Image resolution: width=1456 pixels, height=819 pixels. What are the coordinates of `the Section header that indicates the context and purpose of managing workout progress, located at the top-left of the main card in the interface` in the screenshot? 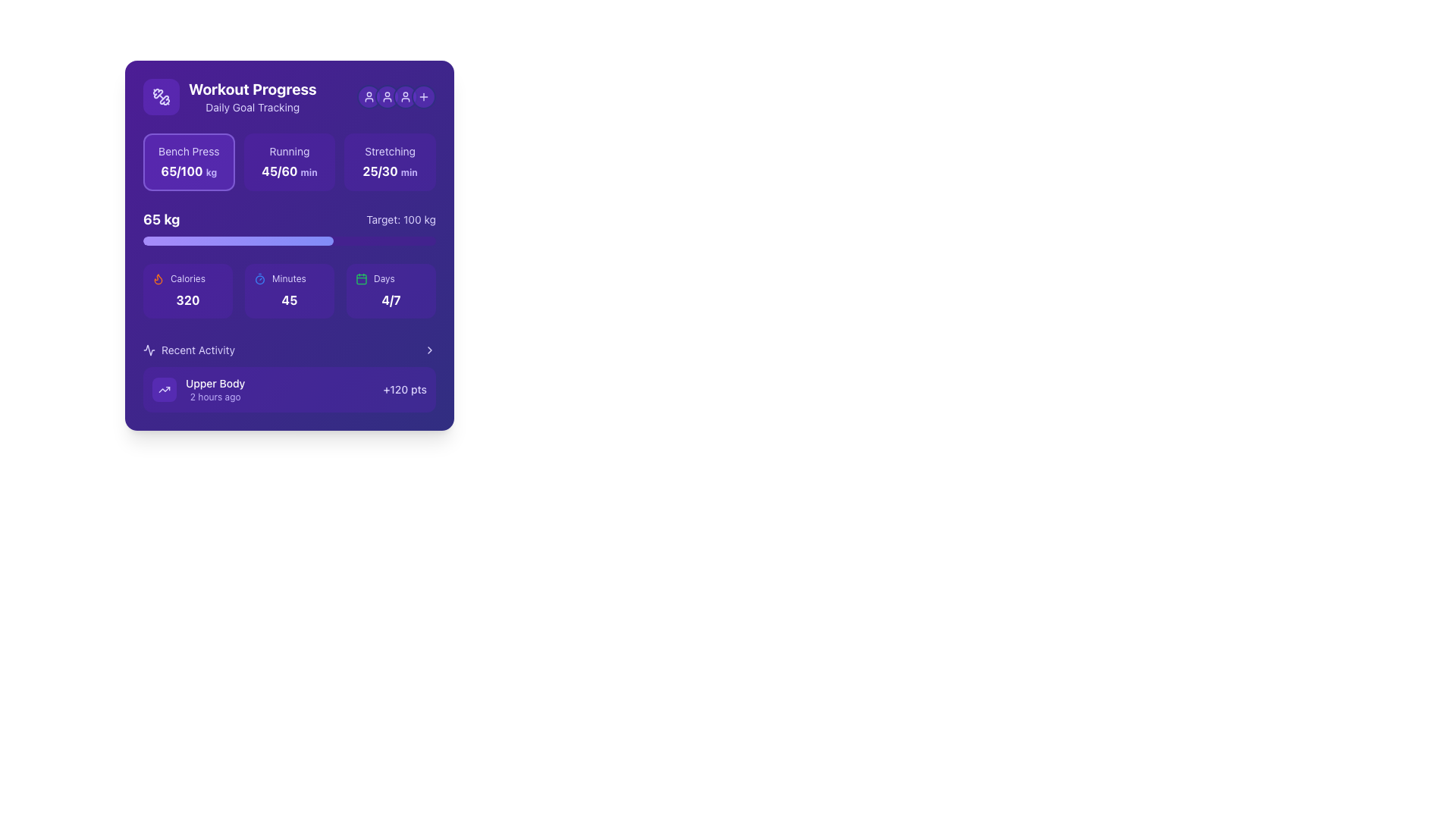 It's located at (229, 96).